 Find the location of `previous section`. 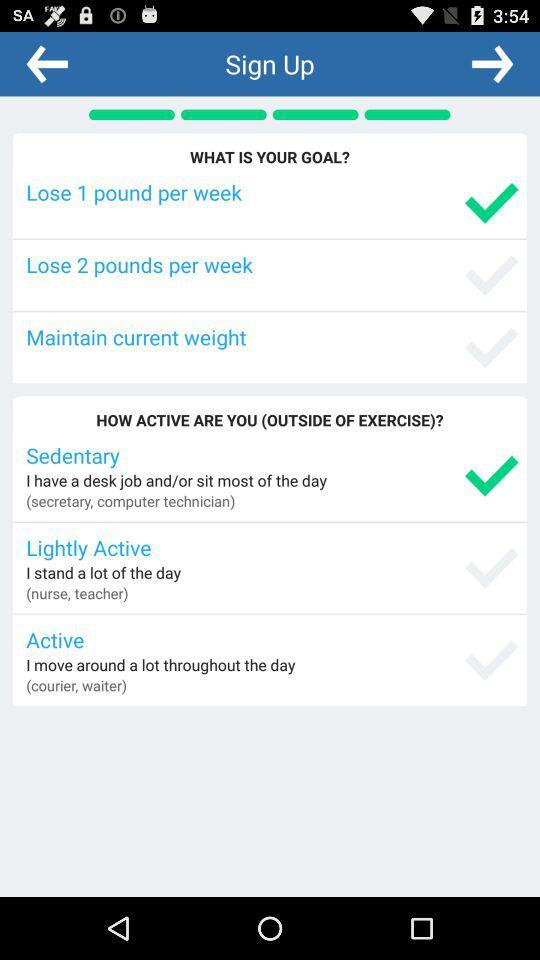

previous section is located at coordinates (47, 63).